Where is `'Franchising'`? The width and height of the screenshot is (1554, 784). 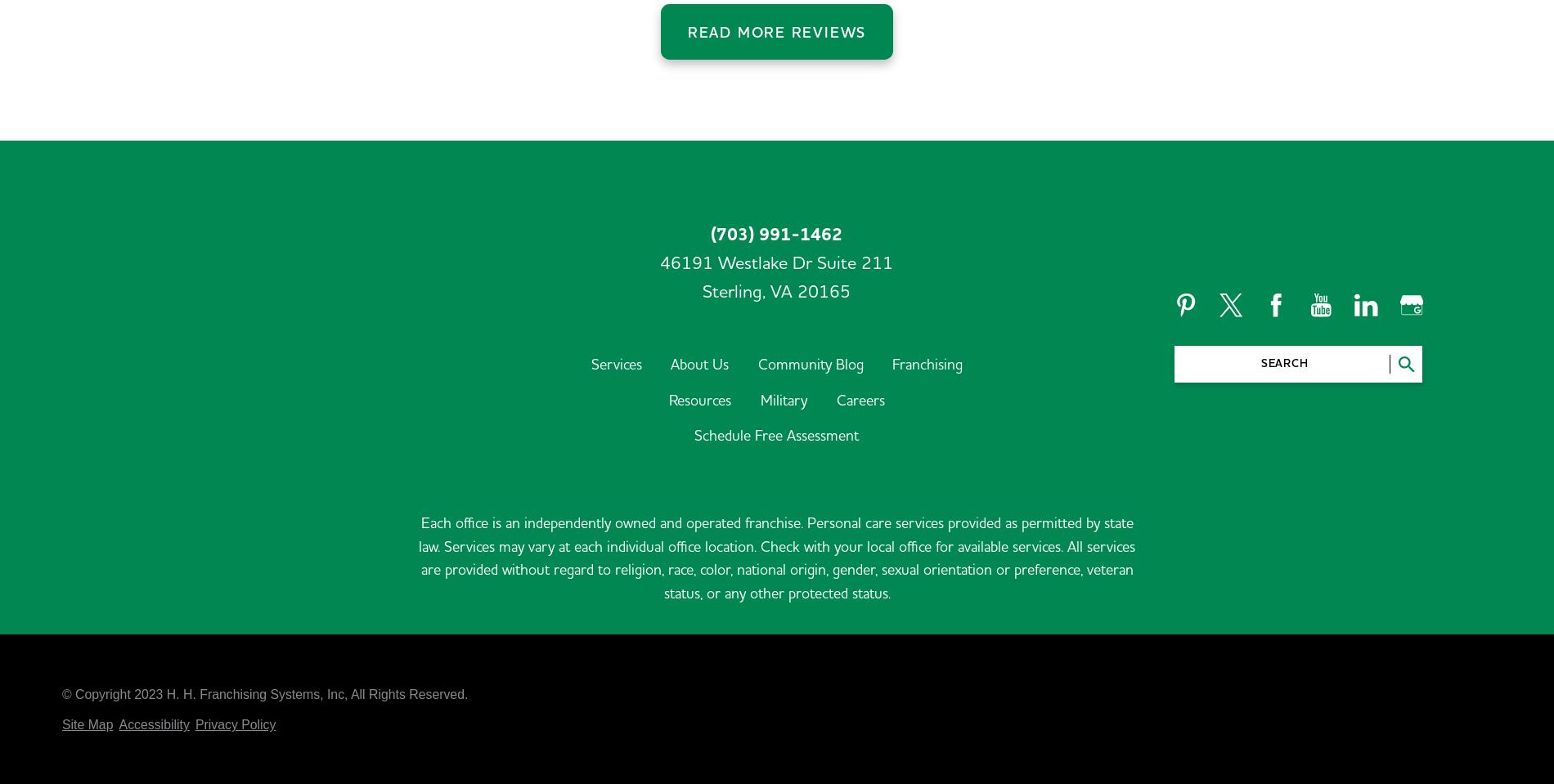 'Franchising' is located at coordinates (927, 257).